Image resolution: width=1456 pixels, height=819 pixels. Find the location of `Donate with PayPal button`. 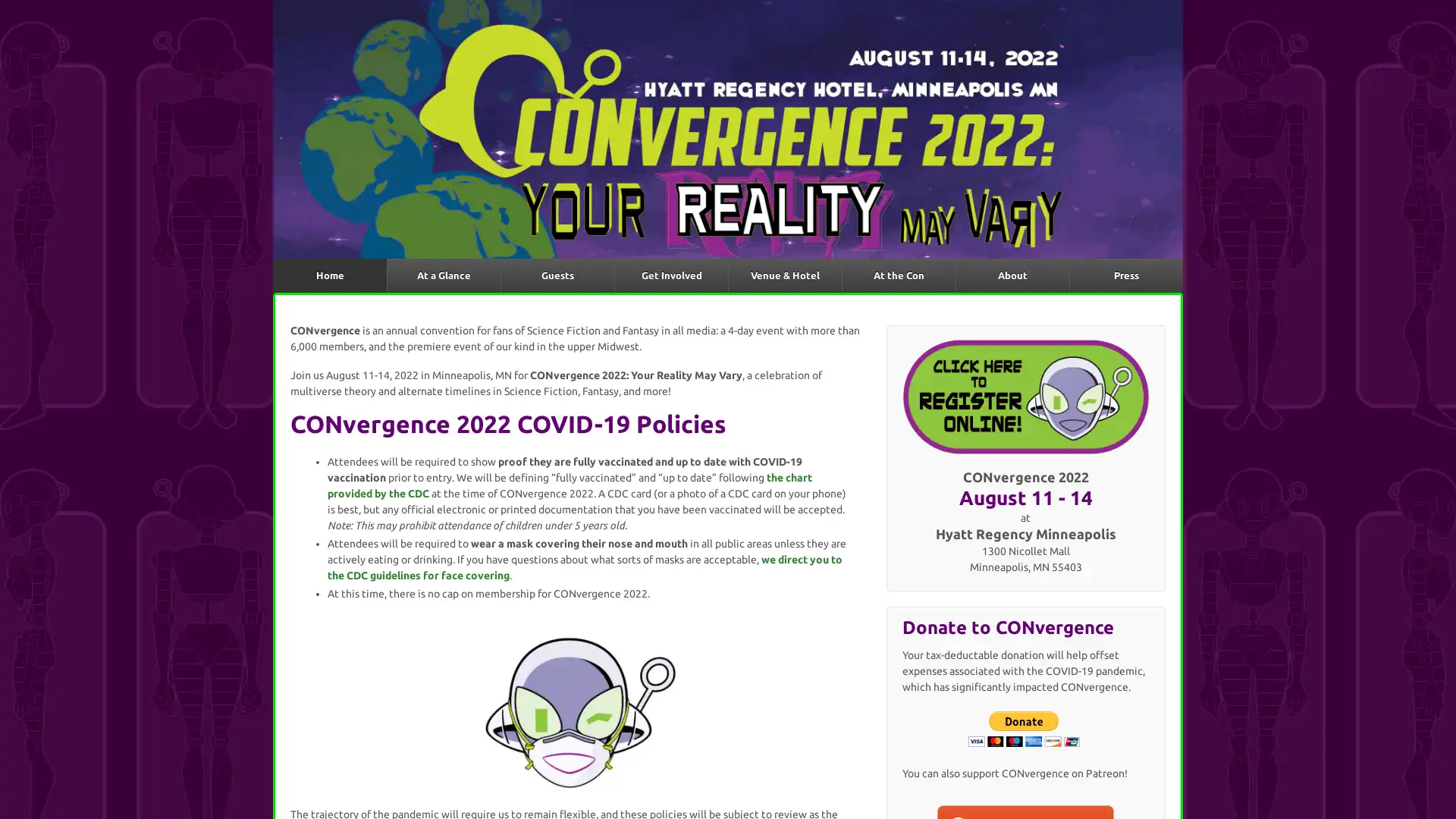

Donate with PayPal button is located at coordinates (1023, 727).